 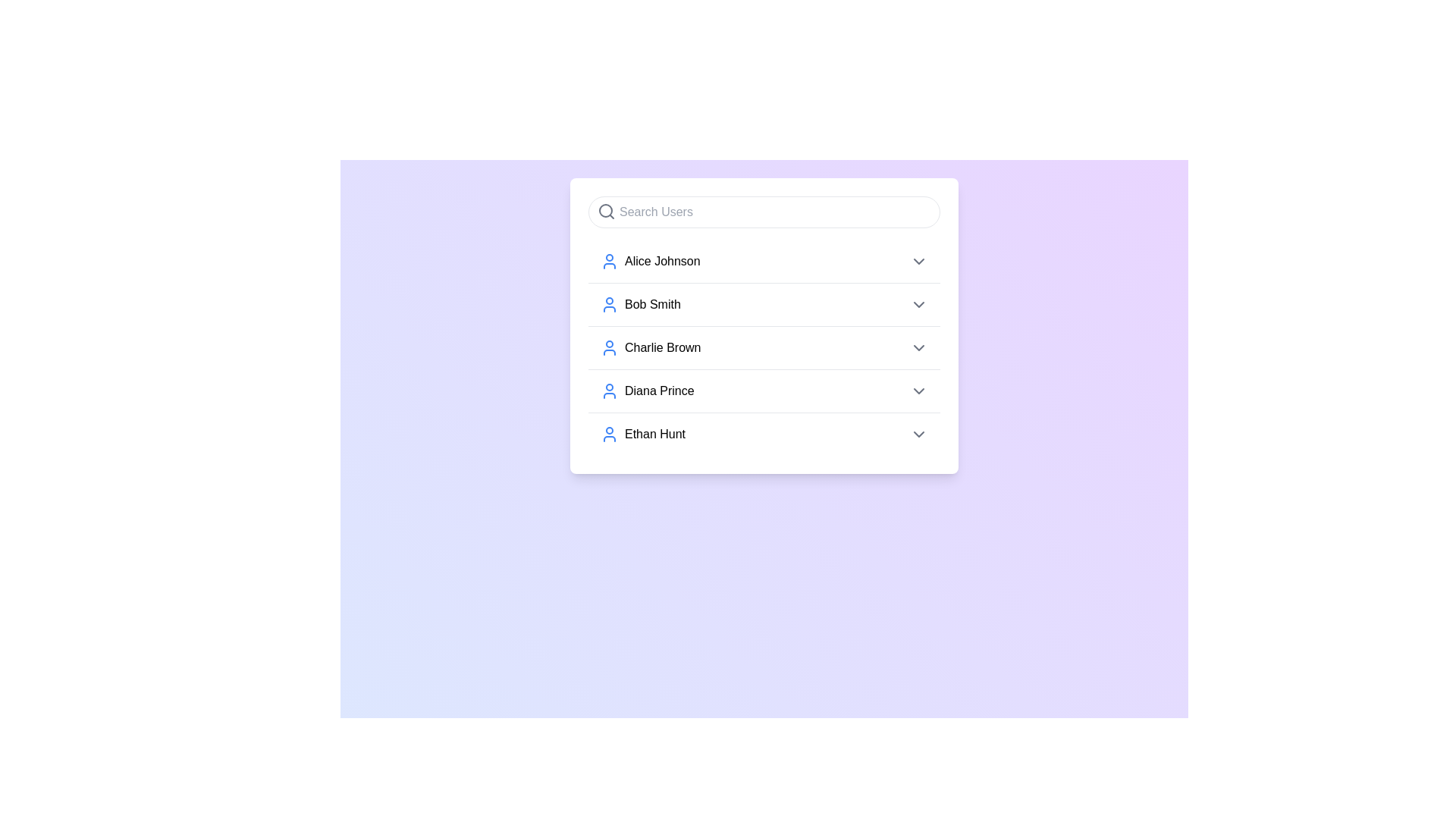 What do you see at coordinates (764, 347) in the screenshot?
I see `the selectable list item representing 'Charlie Brown'` at bounding box center [764, 347].